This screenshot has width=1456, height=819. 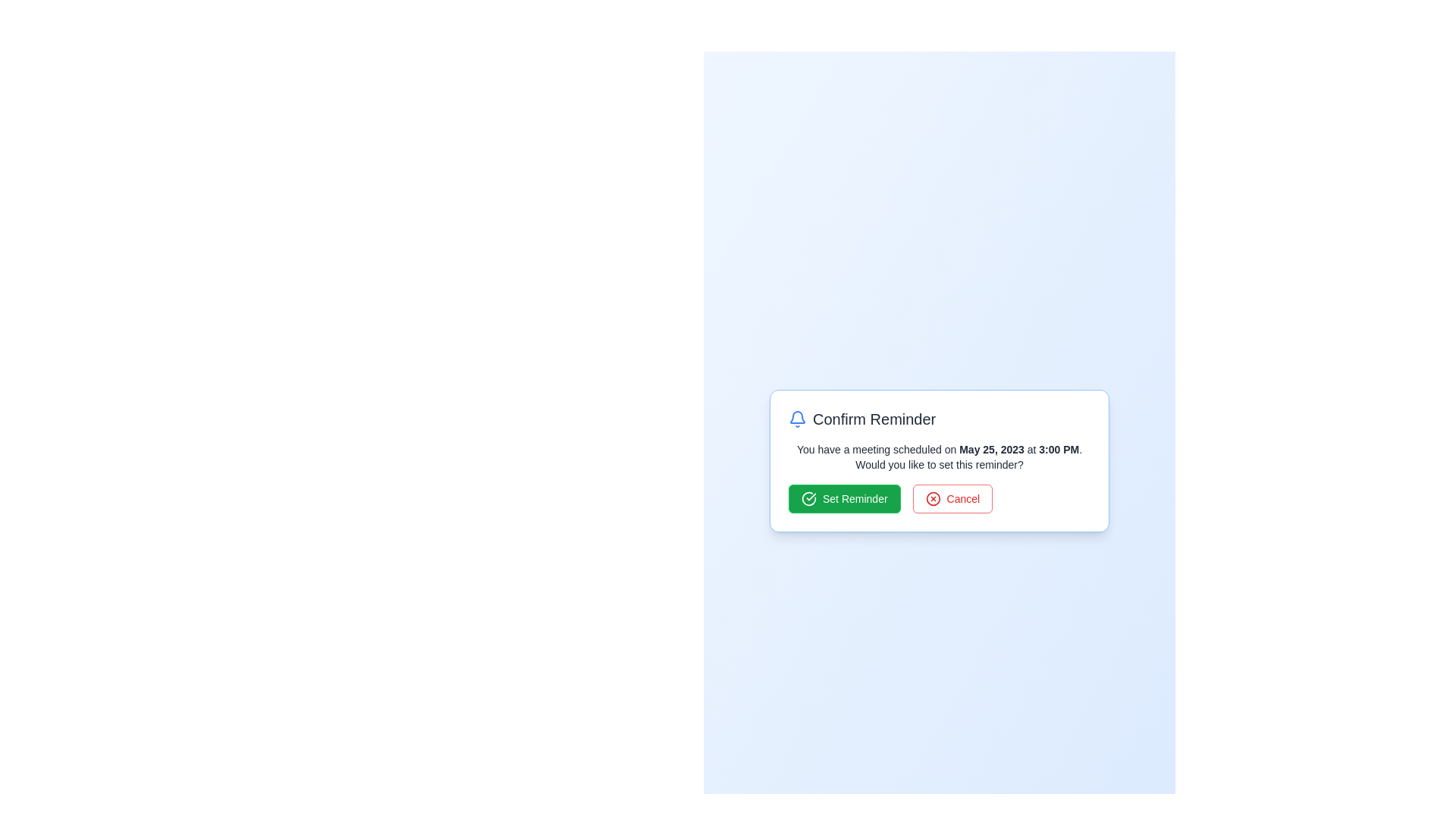 What do you see at coordinates (843, 499) in the screenshot?
I see `the bright green button labeled 'Set Reminder' with a white circular checkmark icon to set a reminder` at bounding box center [843, 499].